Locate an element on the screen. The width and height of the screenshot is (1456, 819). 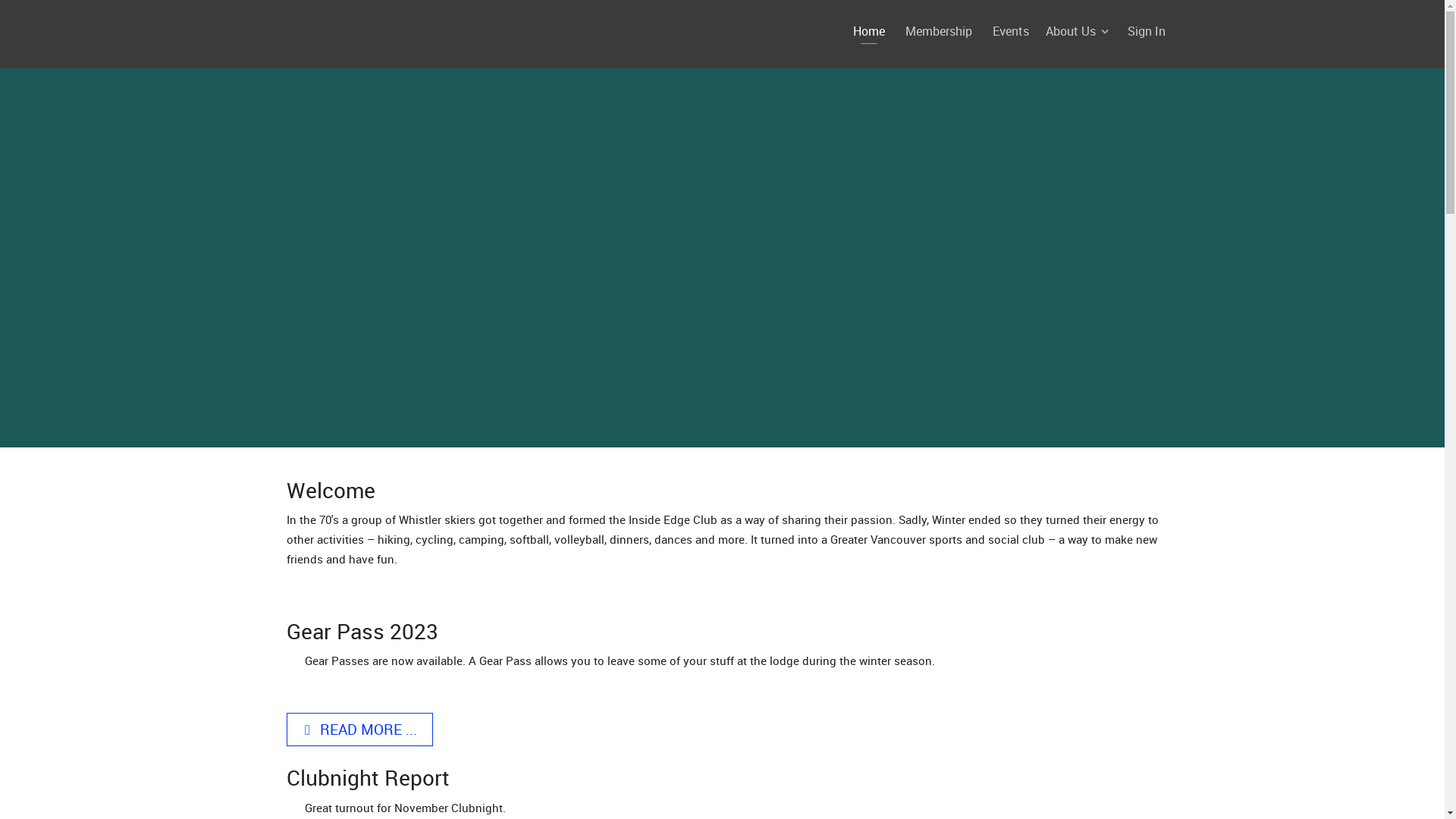
'Home' is located at coordinates (868, 31).